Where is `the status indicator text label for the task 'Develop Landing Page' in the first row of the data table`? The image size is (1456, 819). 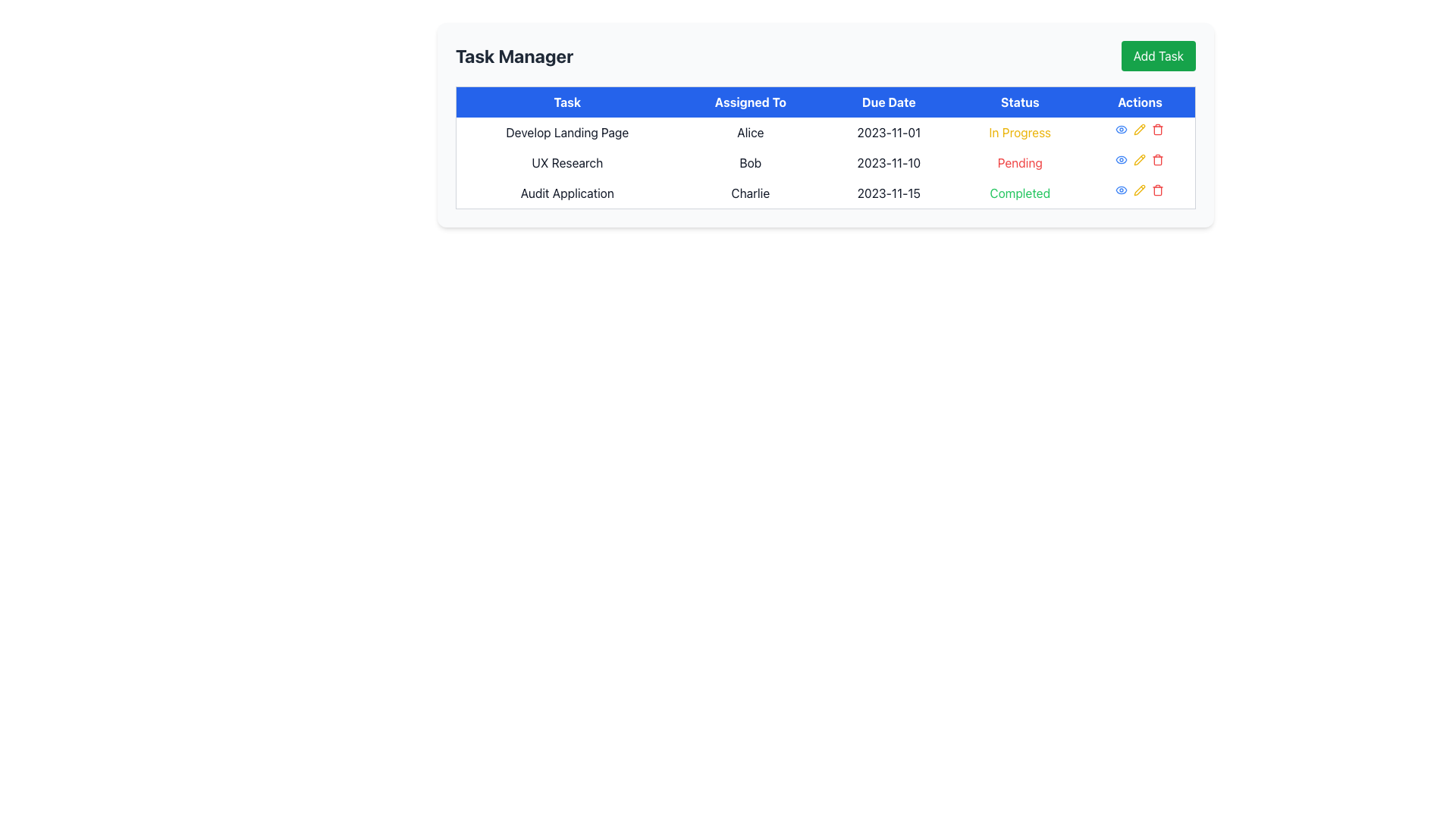 the status indicator text label for the task 'Develop Landing Page' in the first row of the data table is located at coordinates (1020, 131).